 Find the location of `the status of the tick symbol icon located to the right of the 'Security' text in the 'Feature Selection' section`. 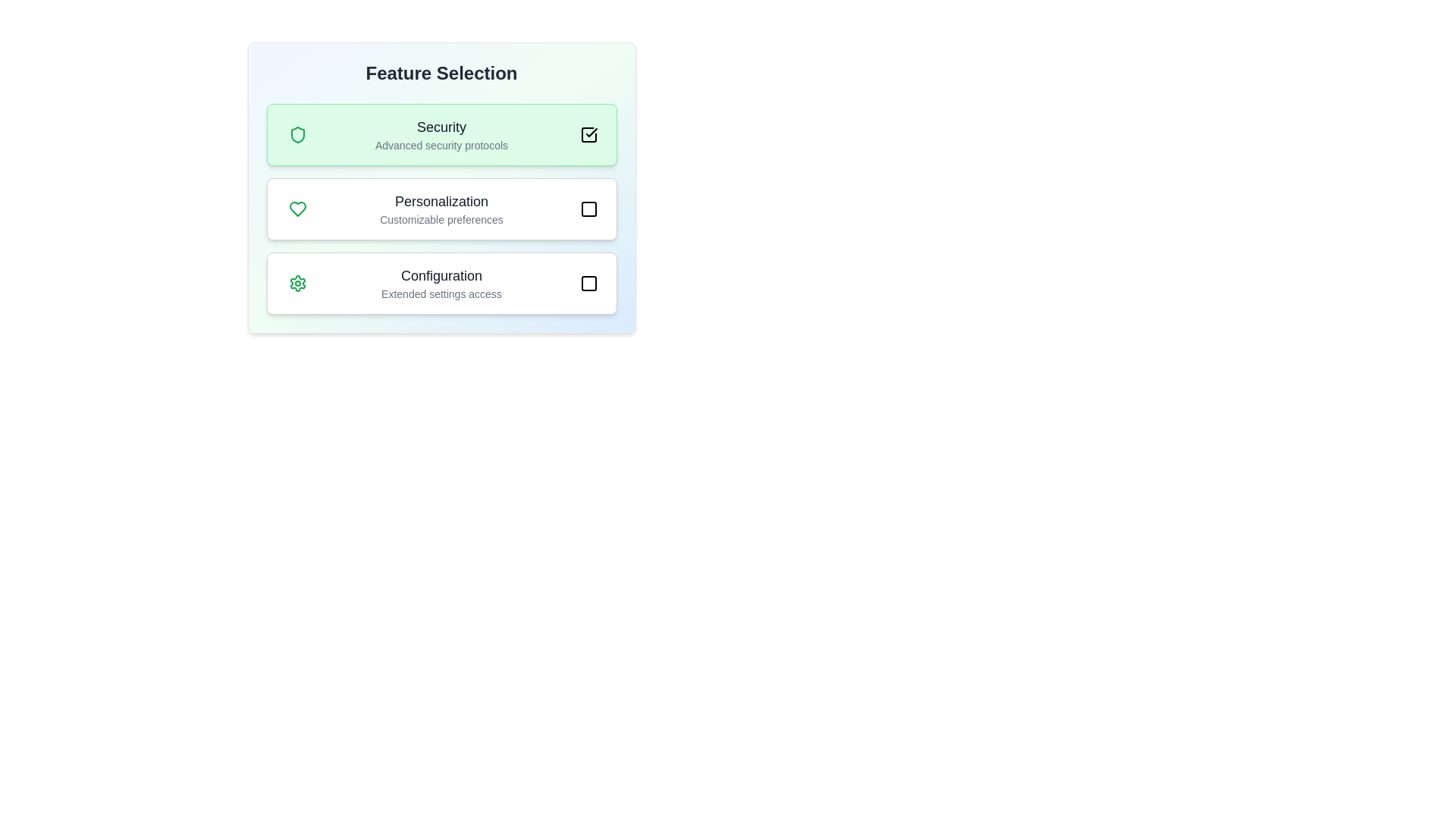

the status of the tick symbol icon located to the right of the 'Security' text in the 'Feature Selection' section is located at coordinates (588, 133).